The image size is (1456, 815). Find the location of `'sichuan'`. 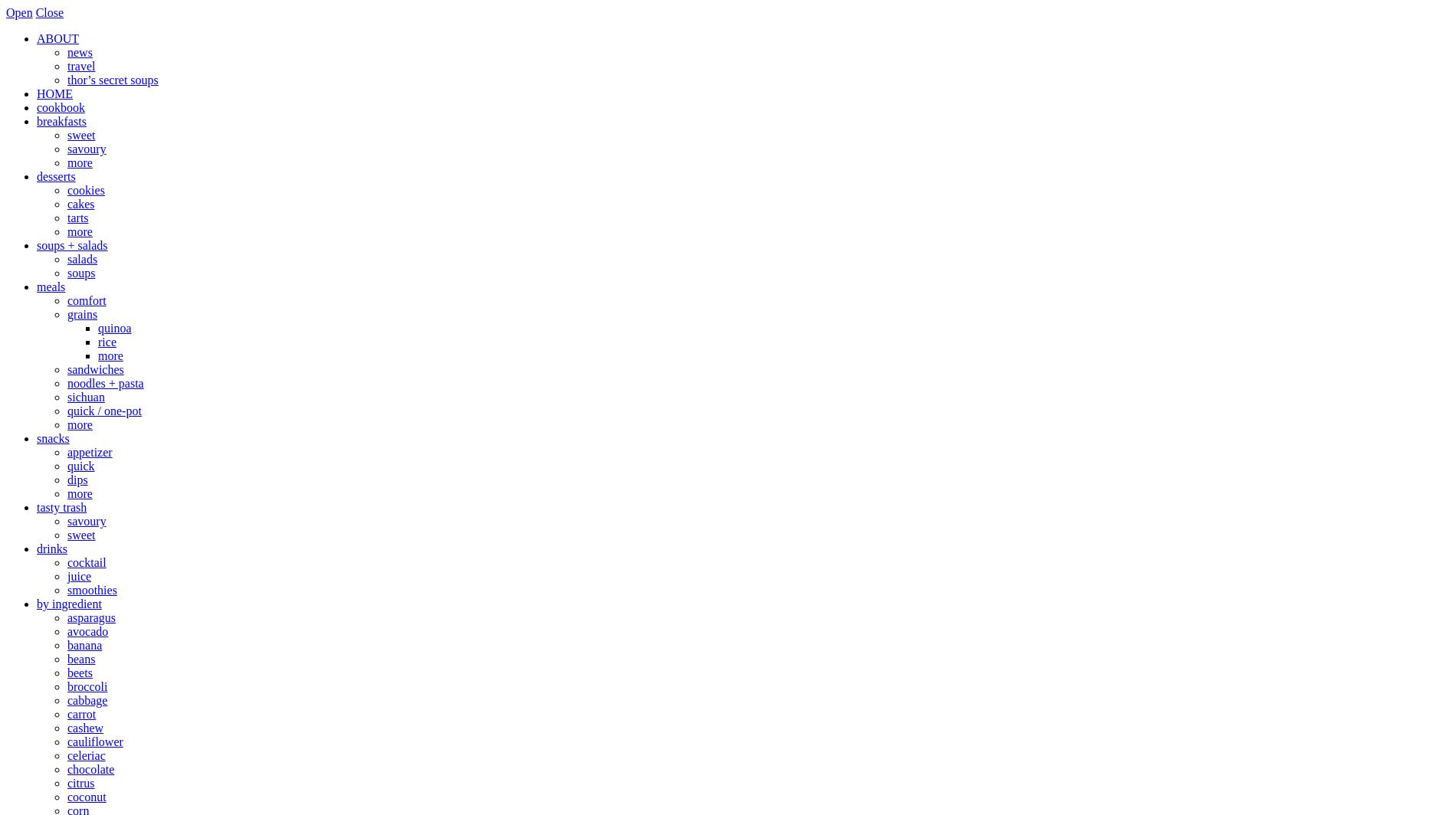

'sichuan' is located at coordinates (85, 397).